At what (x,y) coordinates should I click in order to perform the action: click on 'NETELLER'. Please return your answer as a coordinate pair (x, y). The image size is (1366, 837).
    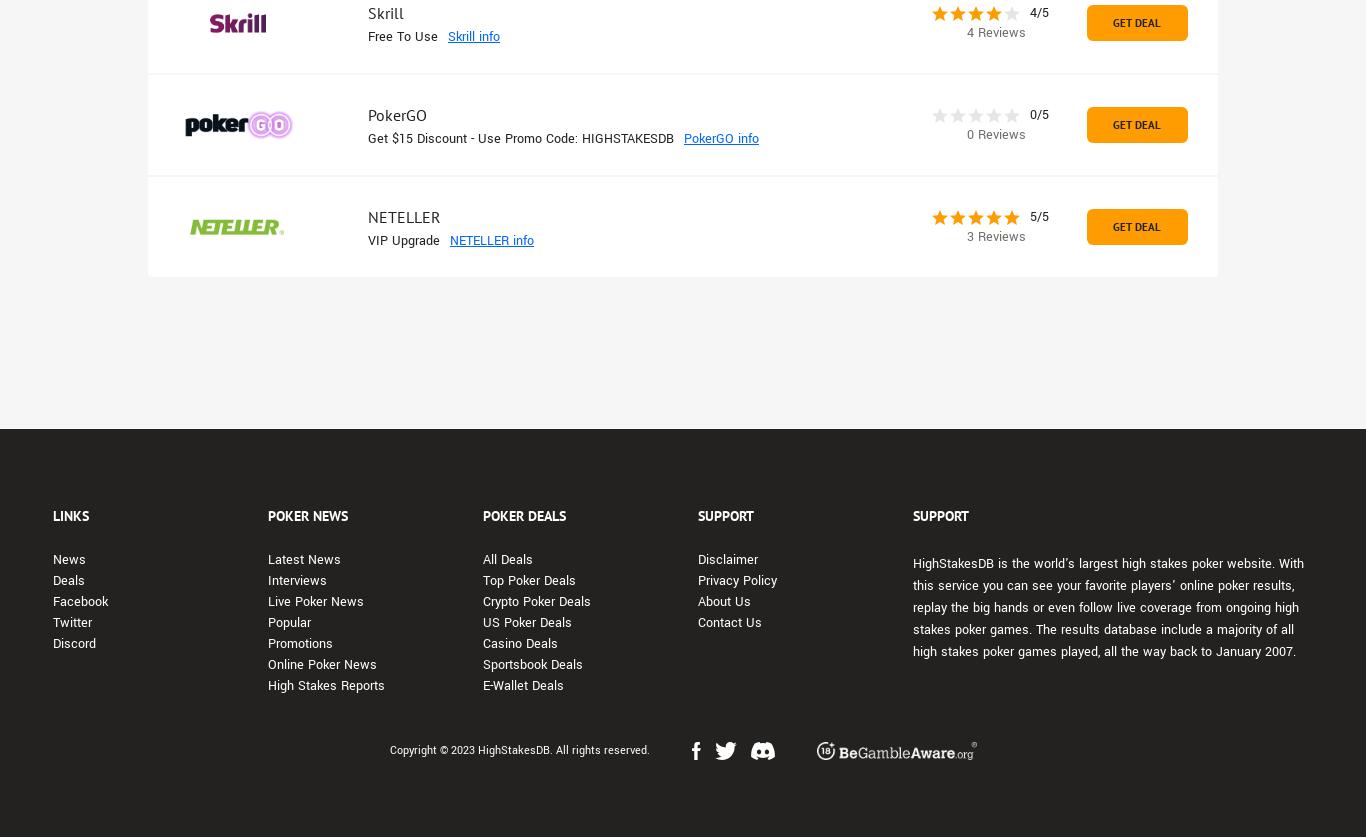
    Looking at the image, I should click on (403, 216).